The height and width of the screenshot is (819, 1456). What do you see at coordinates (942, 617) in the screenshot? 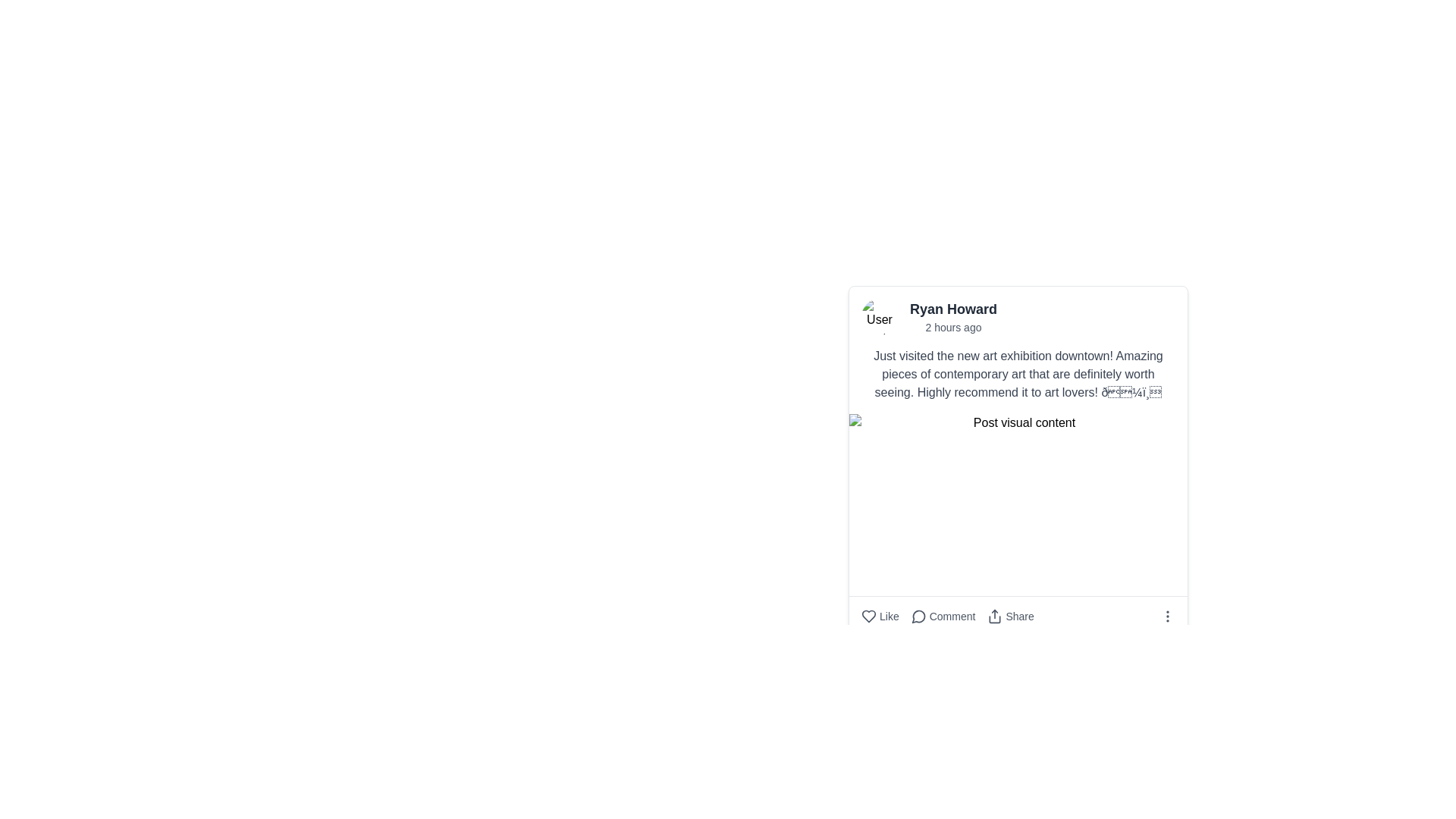
I see `the 'Comment' button, which features a speech bubble icon and changes its text color to blue when hovered` at bounding box center [942, 617].